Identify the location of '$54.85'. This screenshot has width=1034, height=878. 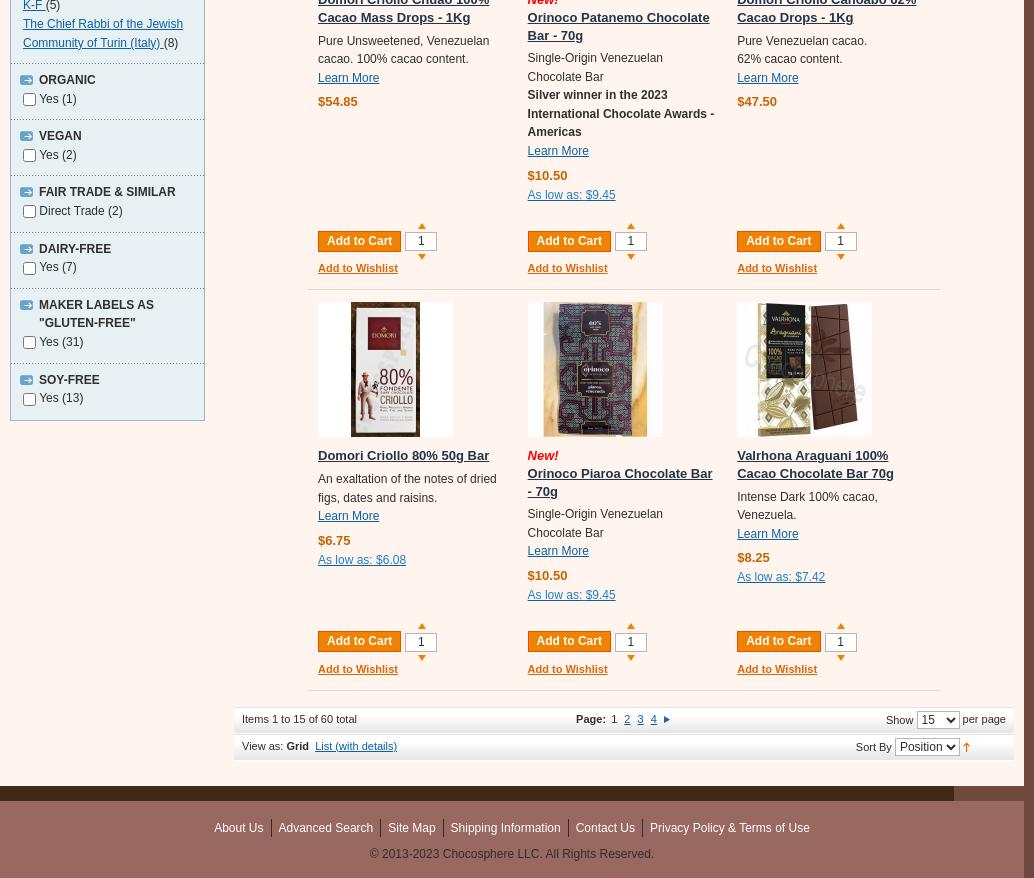
(336, 100).